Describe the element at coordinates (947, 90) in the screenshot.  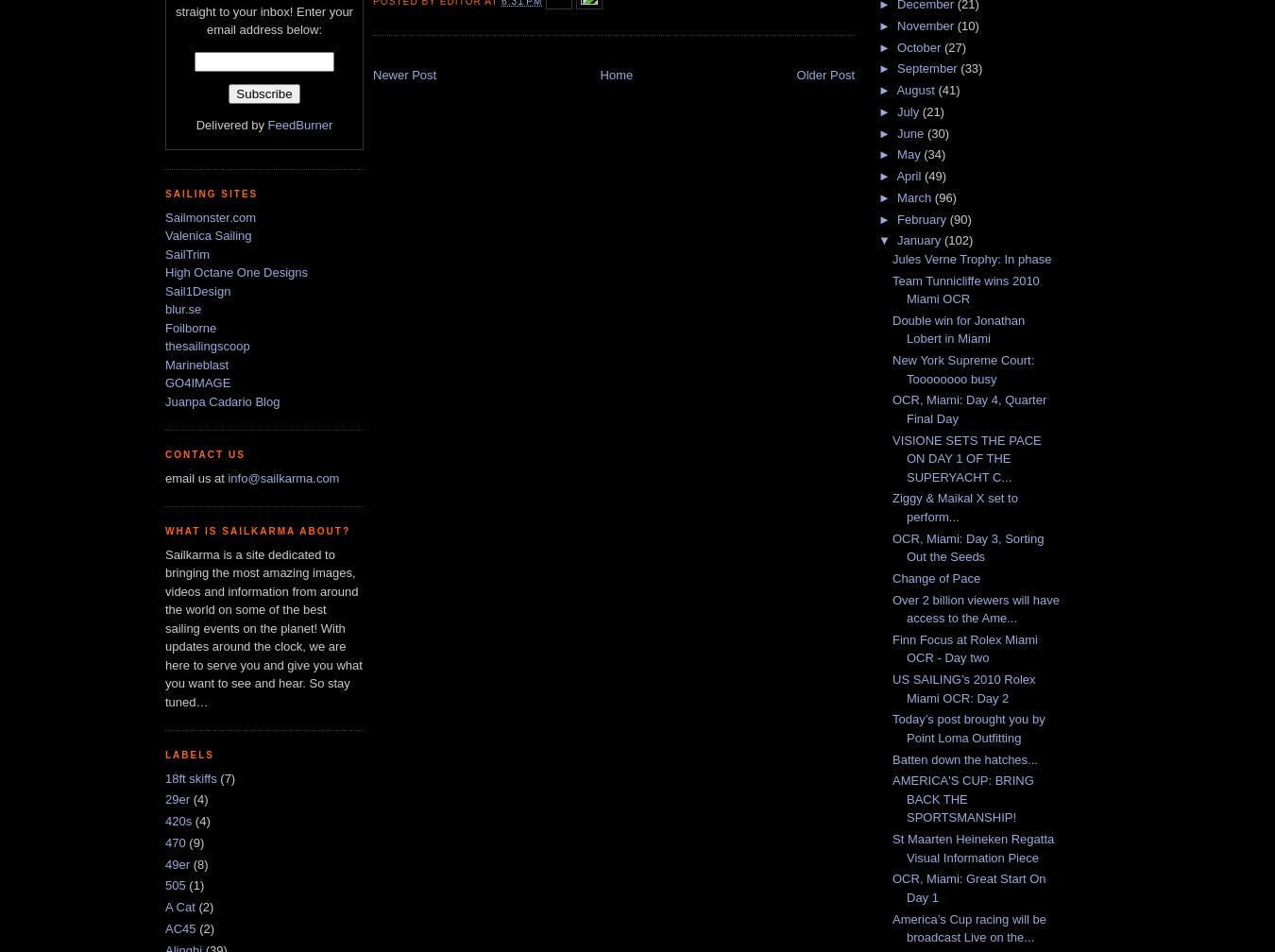
I see `'(41)'` at that location.